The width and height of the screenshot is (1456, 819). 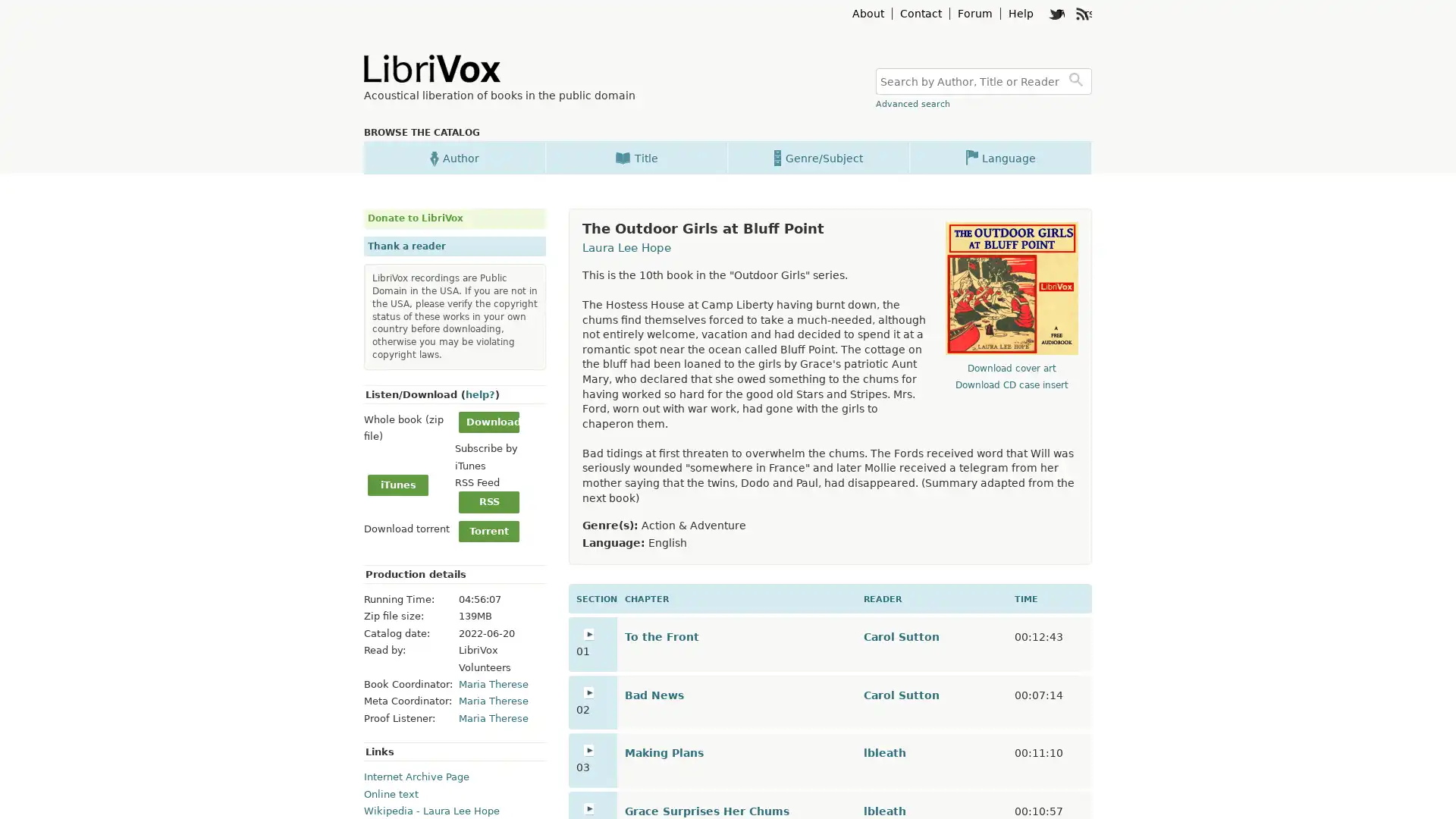 What do you see at coordinates (1078, 81) in the screenshot?
I see `Search` at bounding box center [1078, 81].